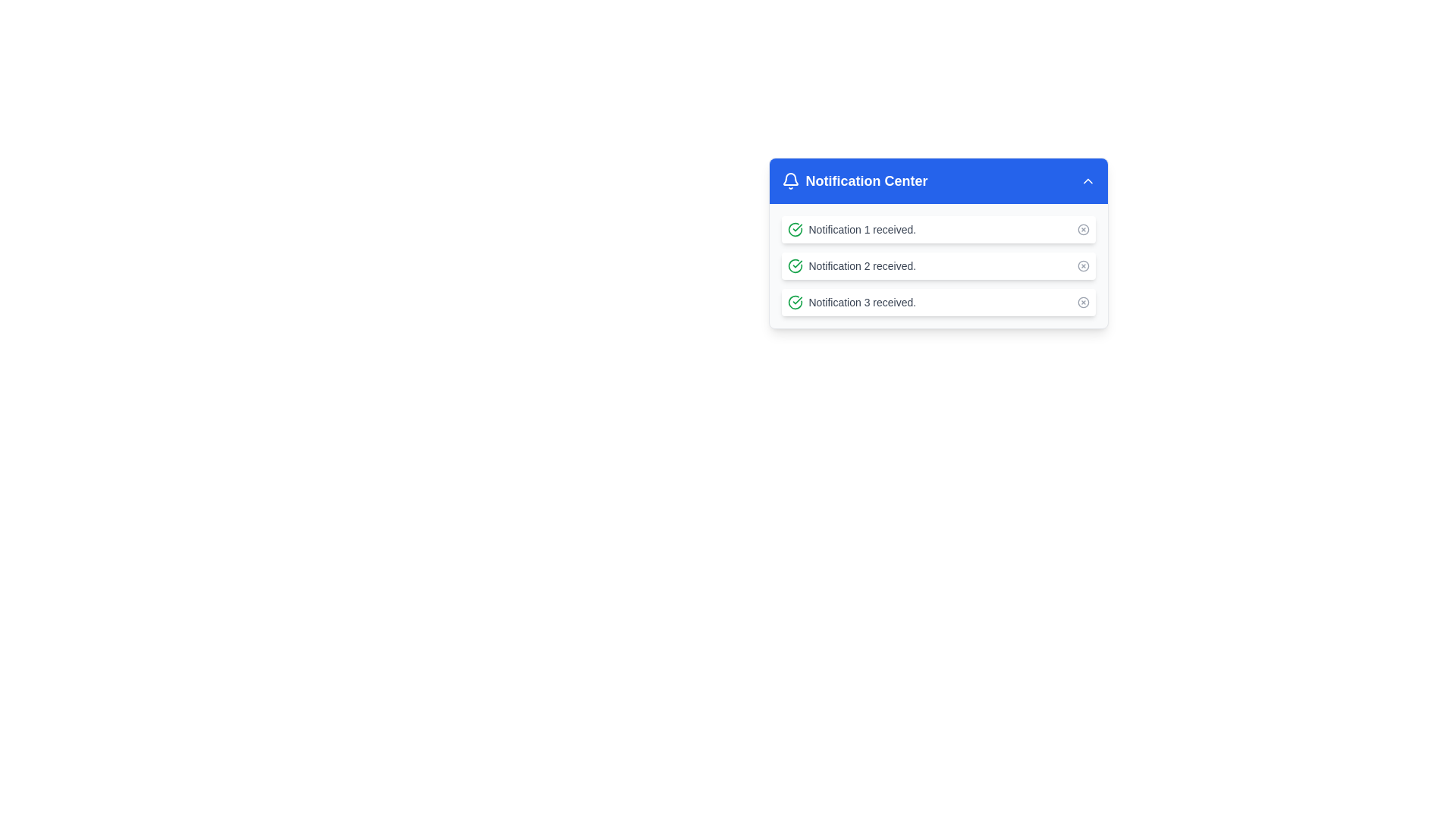  I want to click on description of the first notification in the notification center, which is represented by the text label positioned to the right of the green checkmark icon, so click(862, 230).